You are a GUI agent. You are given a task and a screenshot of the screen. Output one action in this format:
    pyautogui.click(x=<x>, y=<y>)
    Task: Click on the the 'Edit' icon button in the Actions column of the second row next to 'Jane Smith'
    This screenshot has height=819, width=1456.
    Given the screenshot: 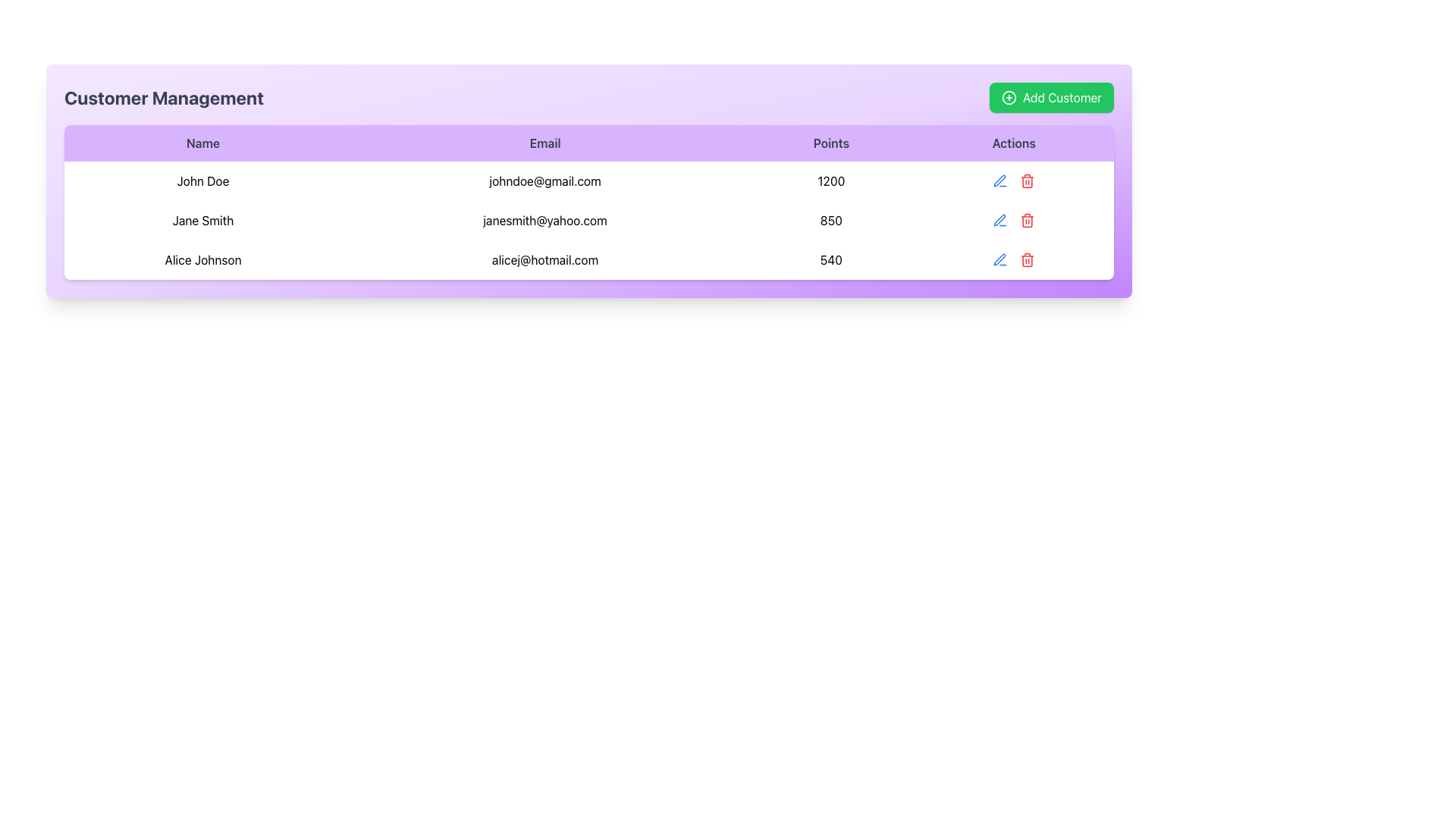 What is the action you would take?
    pyautogui.click(x=999, y=180)
    